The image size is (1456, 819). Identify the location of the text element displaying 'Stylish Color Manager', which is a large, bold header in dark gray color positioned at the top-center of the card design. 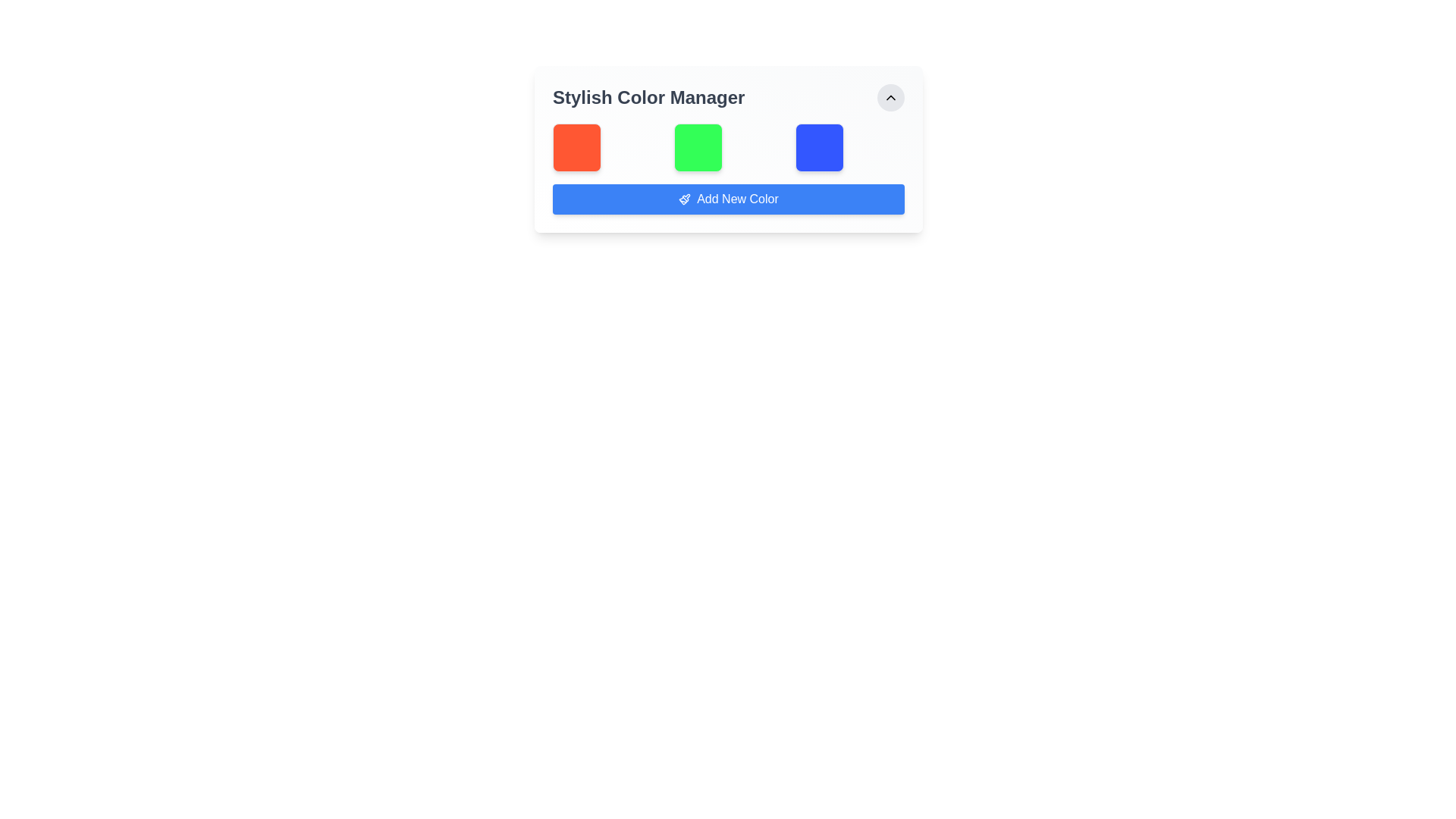
(648, 97).